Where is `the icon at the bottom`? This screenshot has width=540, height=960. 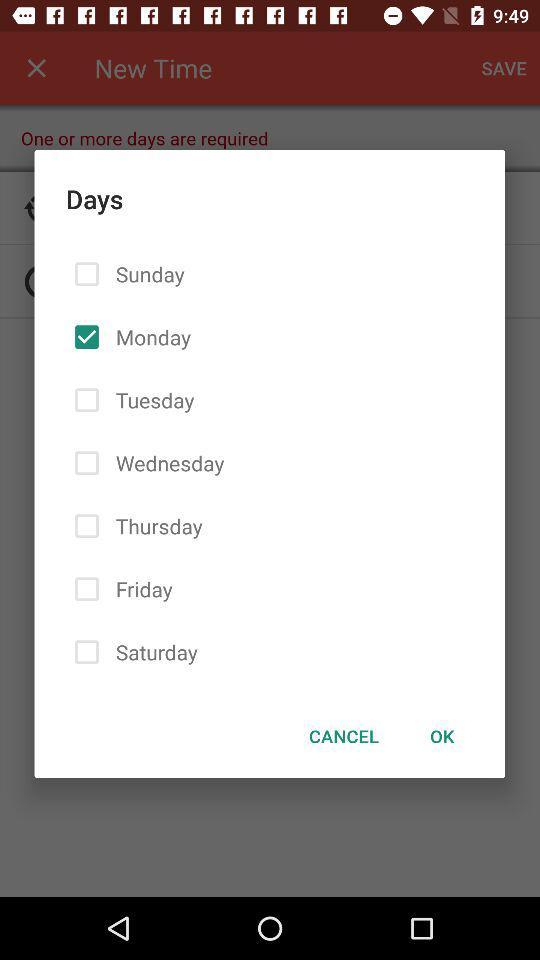 the icon at the bottom is located at coordinates (343, 735).